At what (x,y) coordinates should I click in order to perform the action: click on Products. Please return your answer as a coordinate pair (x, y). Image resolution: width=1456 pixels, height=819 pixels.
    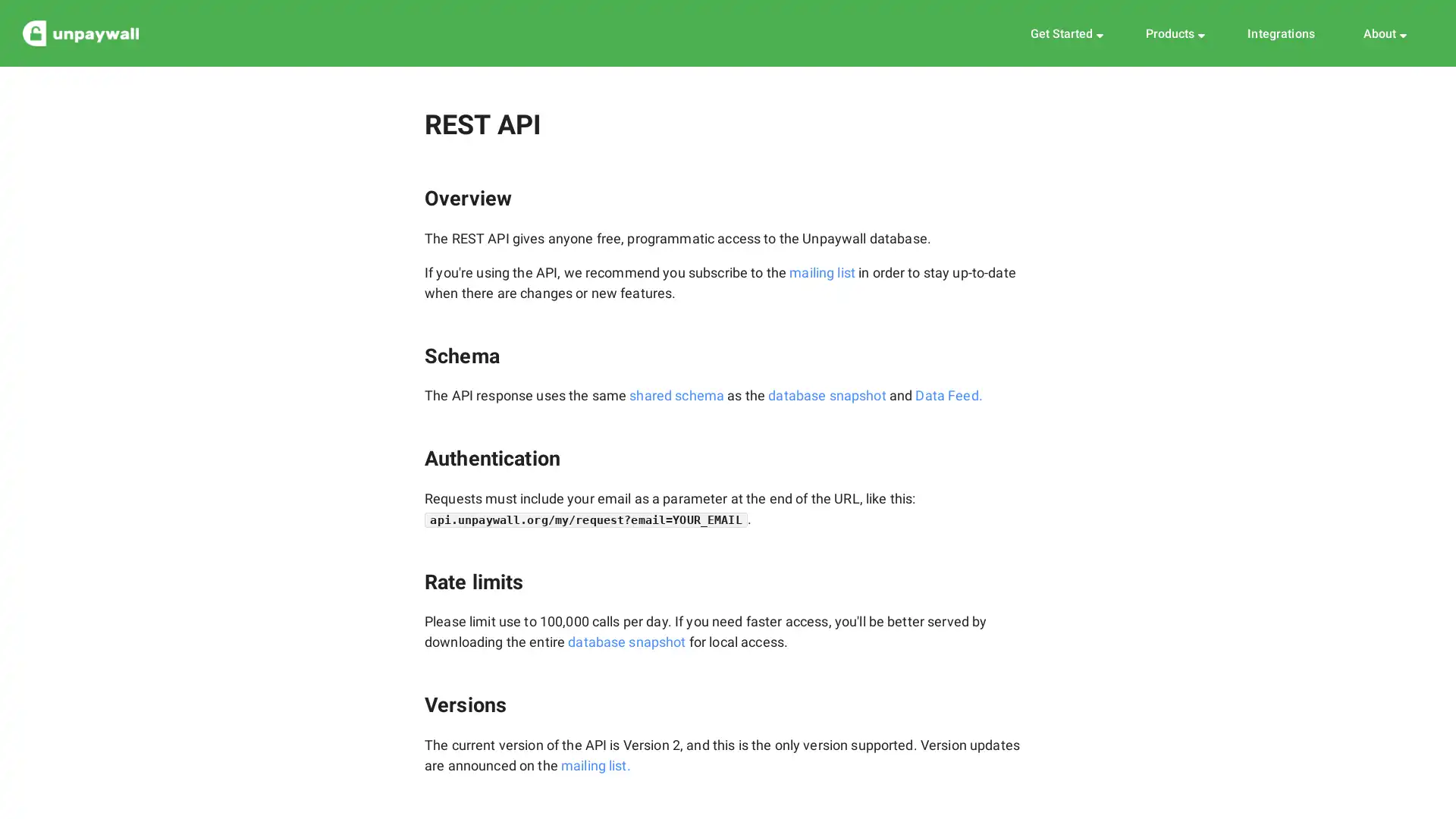
    Looking at the image, I should click on (1175, 33).